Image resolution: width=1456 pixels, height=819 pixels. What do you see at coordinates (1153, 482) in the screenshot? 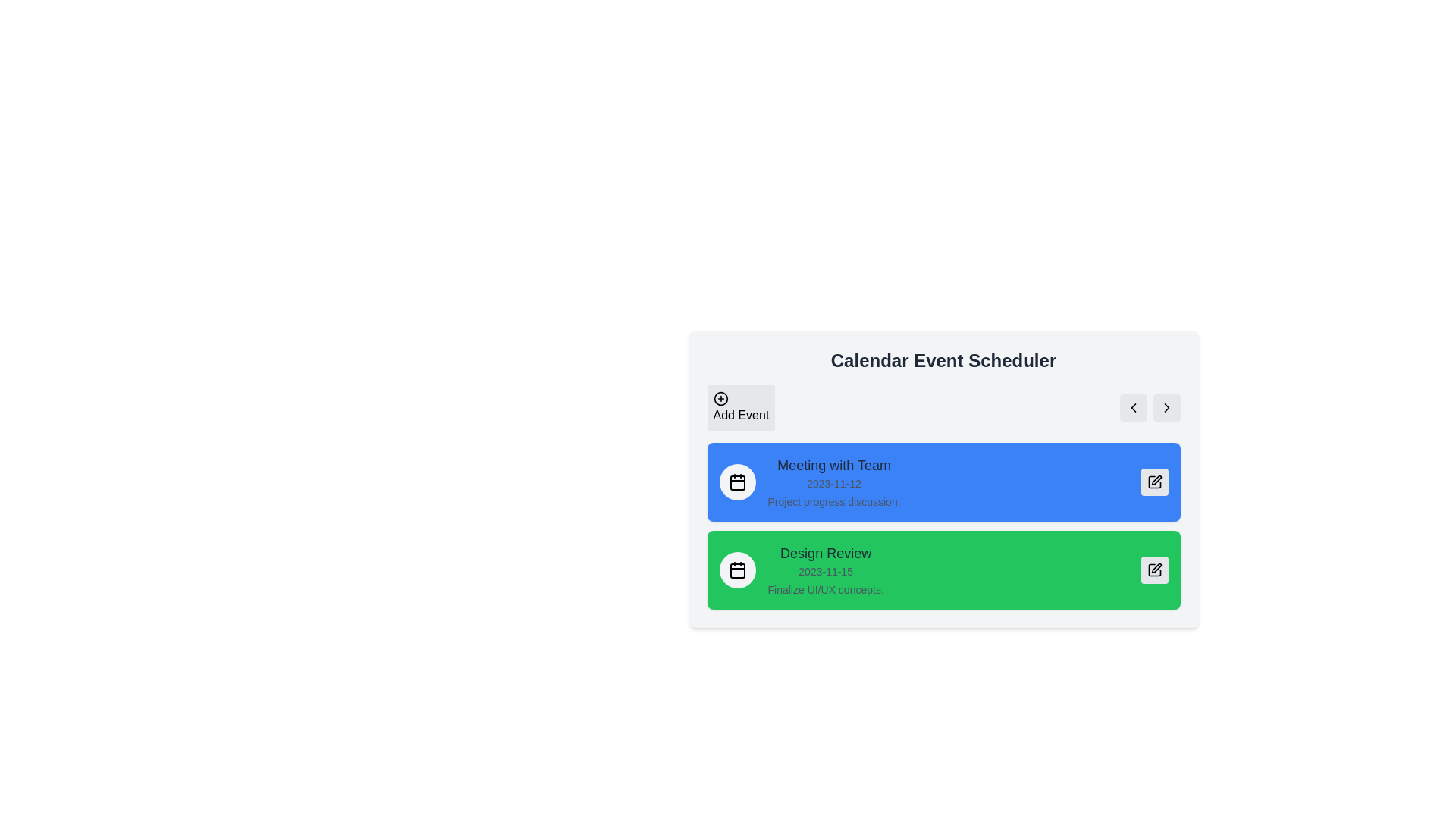
I see `the pencil icon on the blue background located at the top-right corner of the 'Meeting with Team' card` at bounding box center [1153, 482].